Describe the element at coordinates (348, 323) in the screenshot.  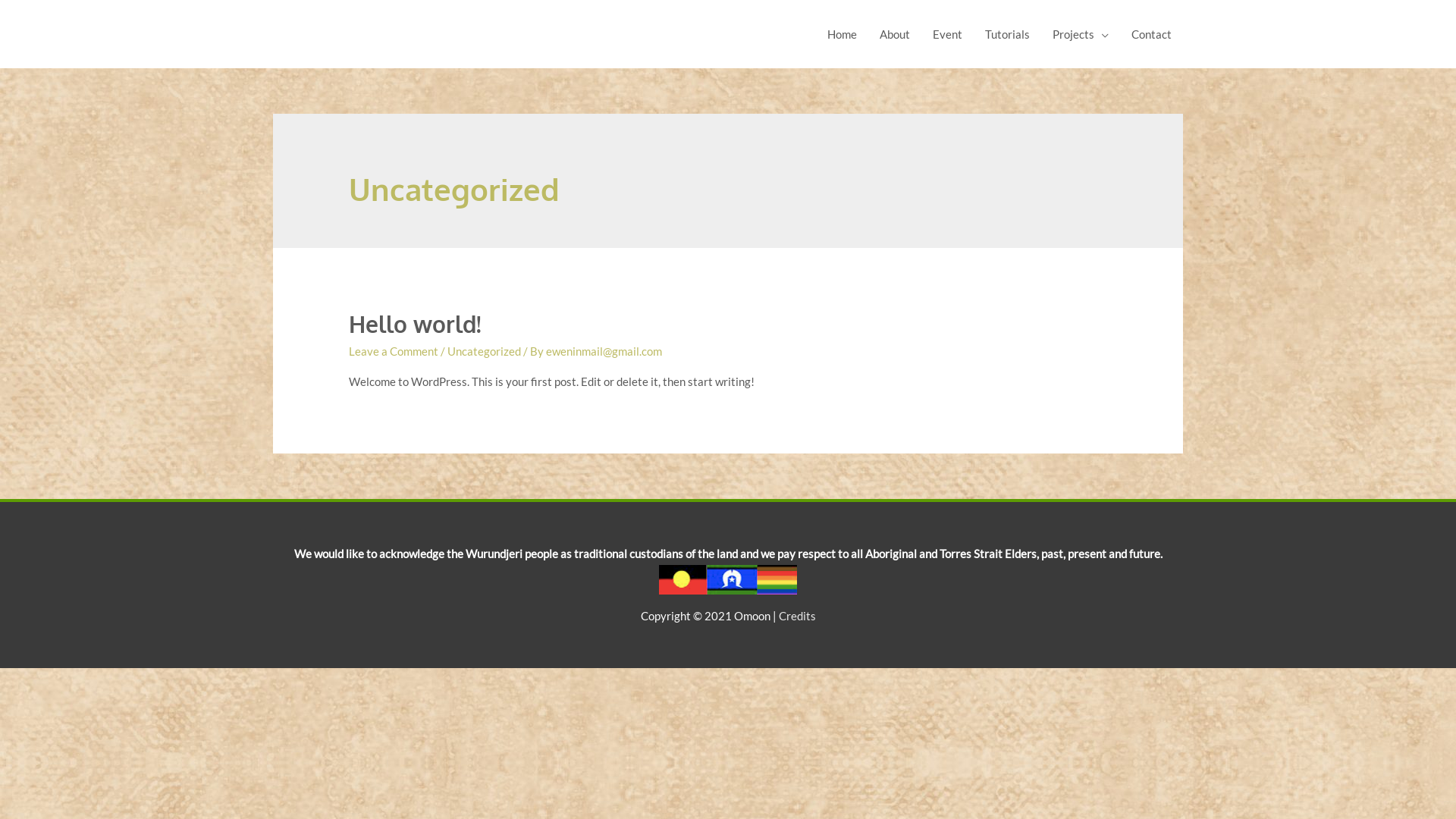
I see `'Hello world!'` at that location.